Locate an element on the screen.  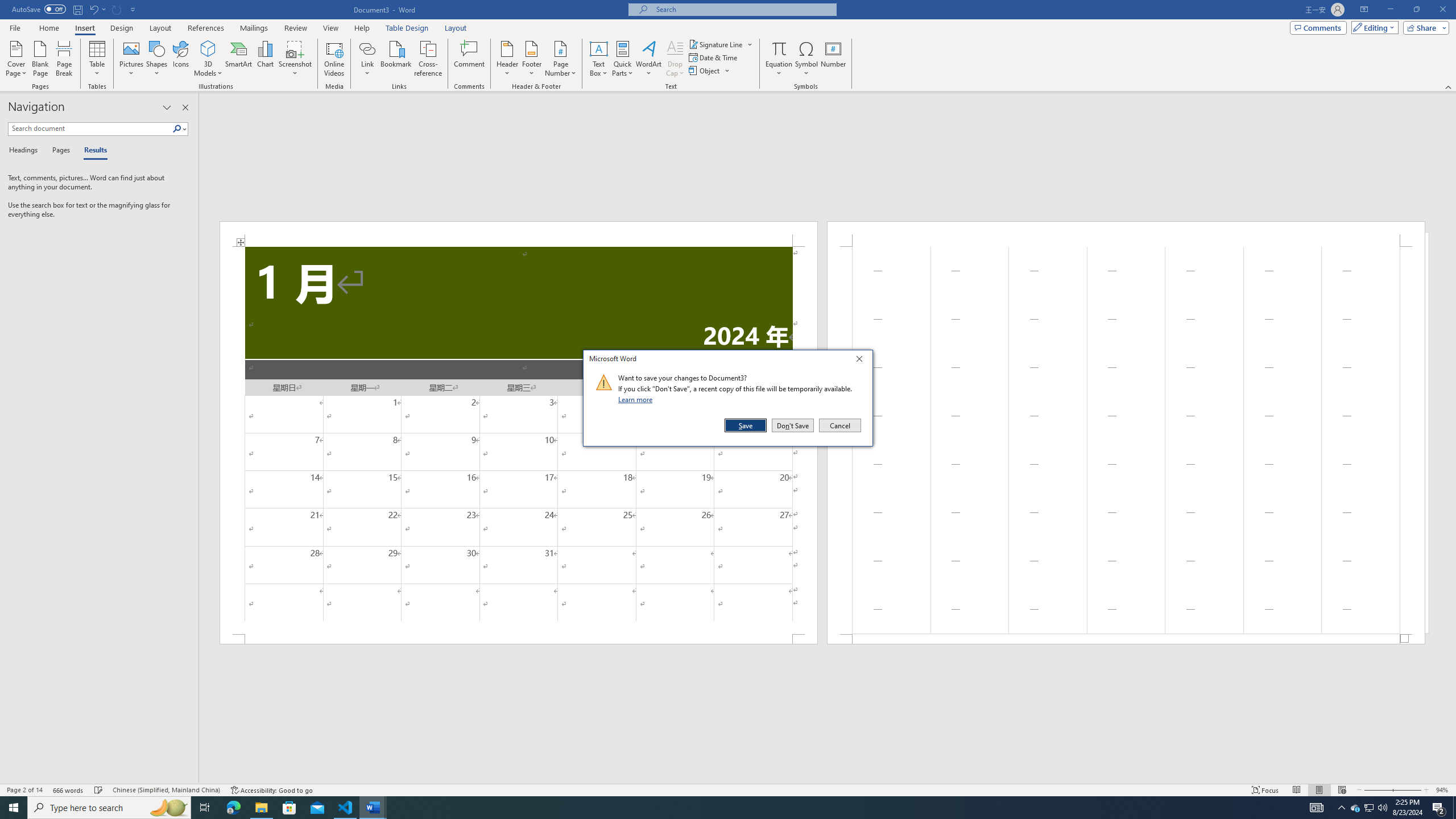
'Chart...' is located at coordinates (265, 59).